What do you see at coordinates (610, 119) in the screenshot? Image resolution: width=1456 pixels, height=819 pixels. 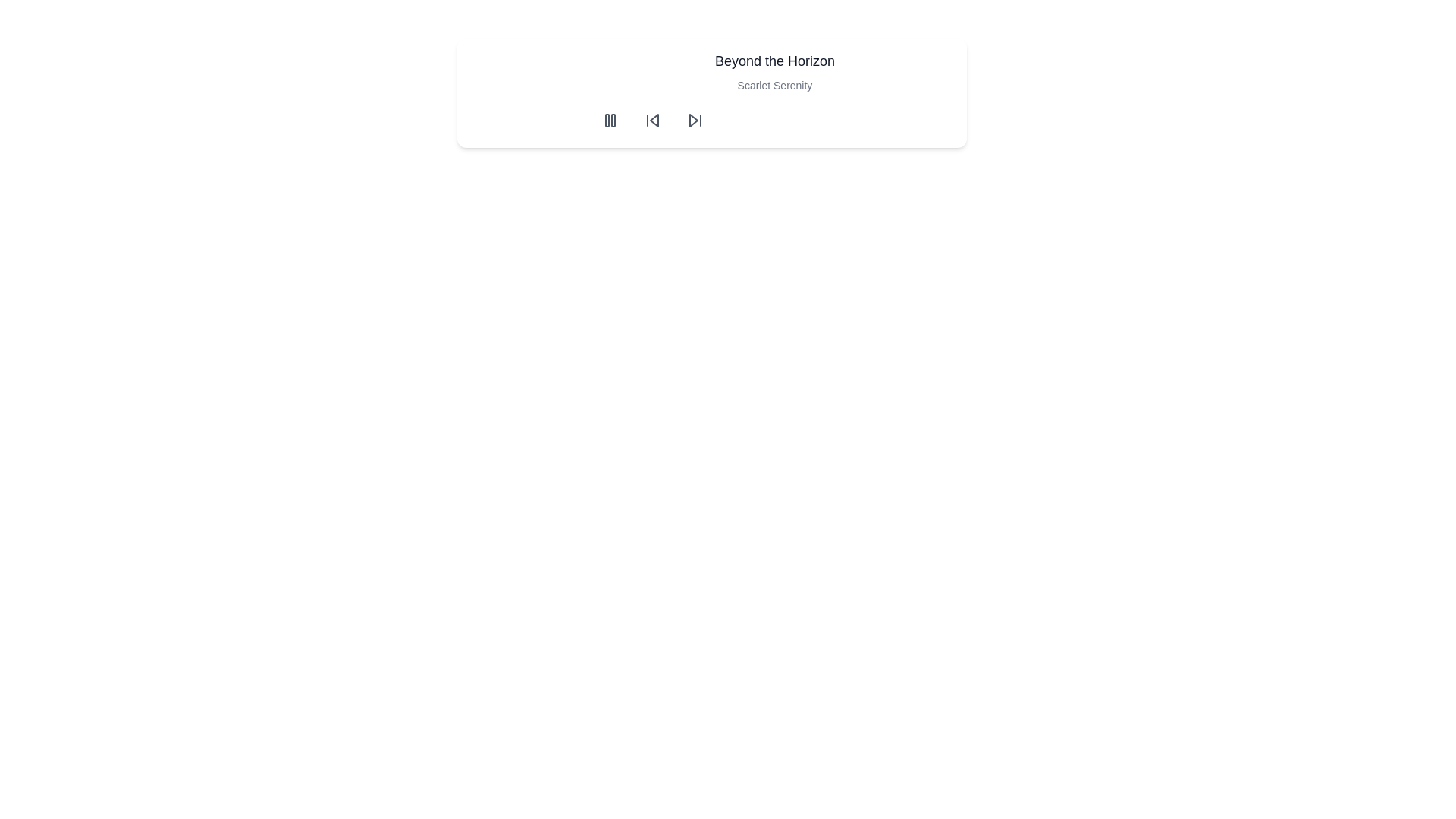 I see `the first circular button with a gray hover effect and a pause icon, located in a group of three buttons` at bounding box center [610, 119].